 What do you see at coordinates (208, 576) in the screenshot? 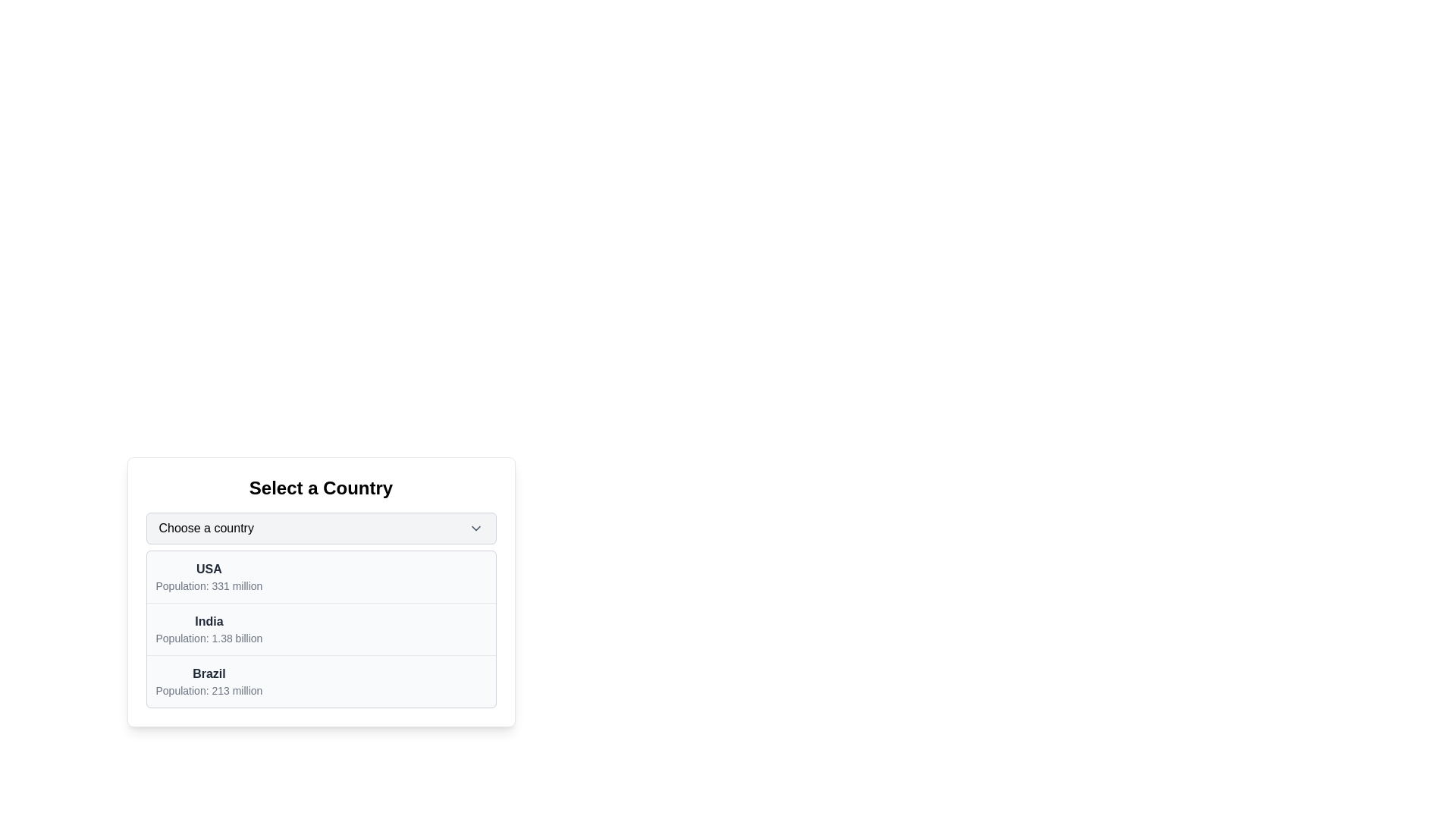
I see `the topmost list item displaying the country name 'USA'` at bounding box center [208, 576].